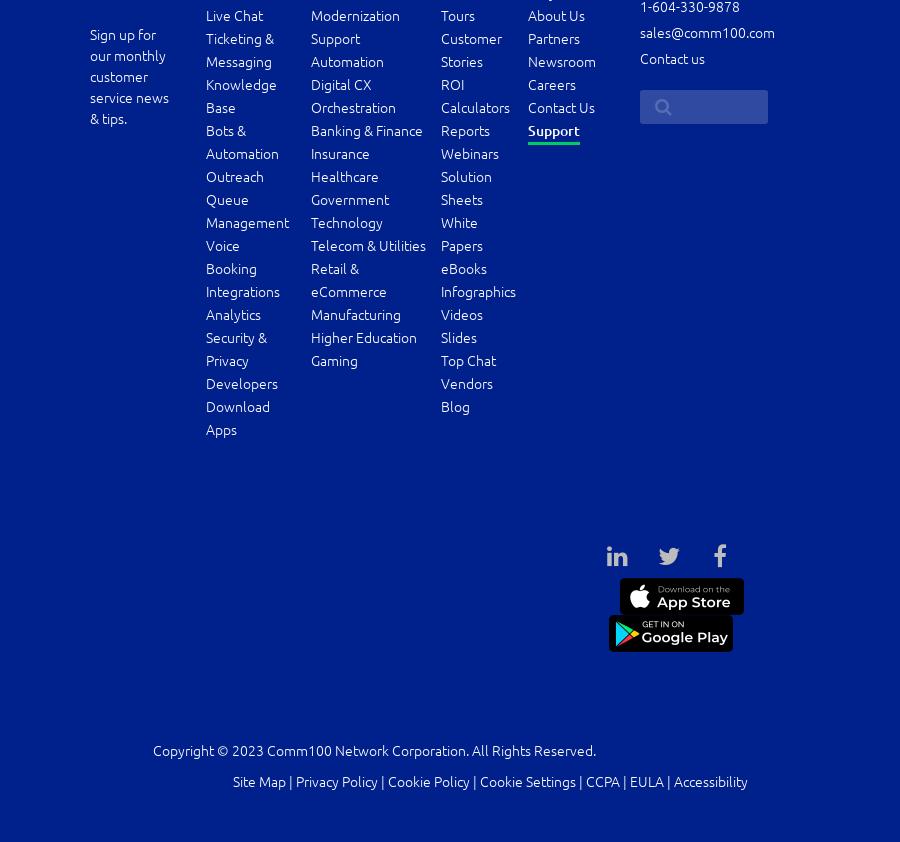 The width and height of the screenshot is (900, 842). What do you see at coordinates (709, 781) in the screenshot?
I see `'Accessibility'` at bounding box center [709, 781].